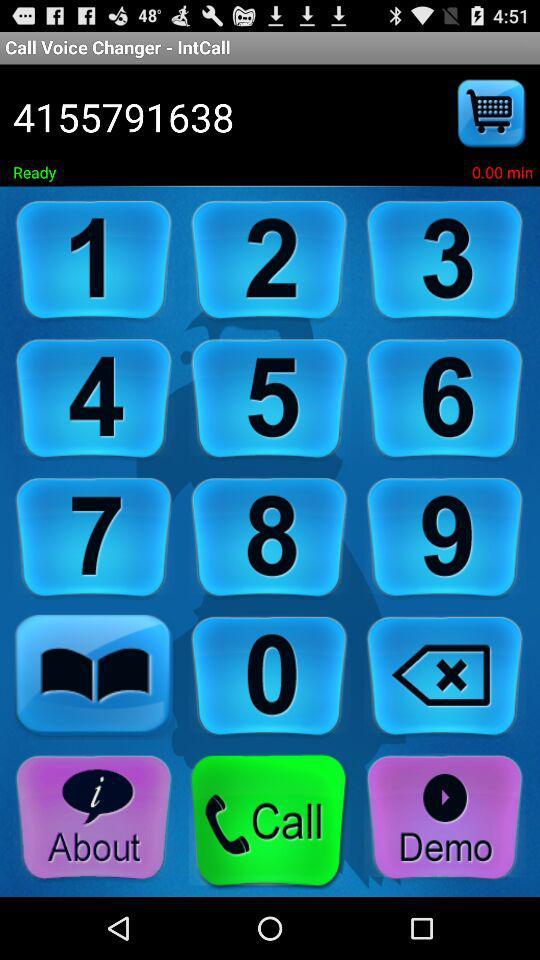 This screenshot has width=540, height=960. I want to click on display relevant information, so click(93, 818).